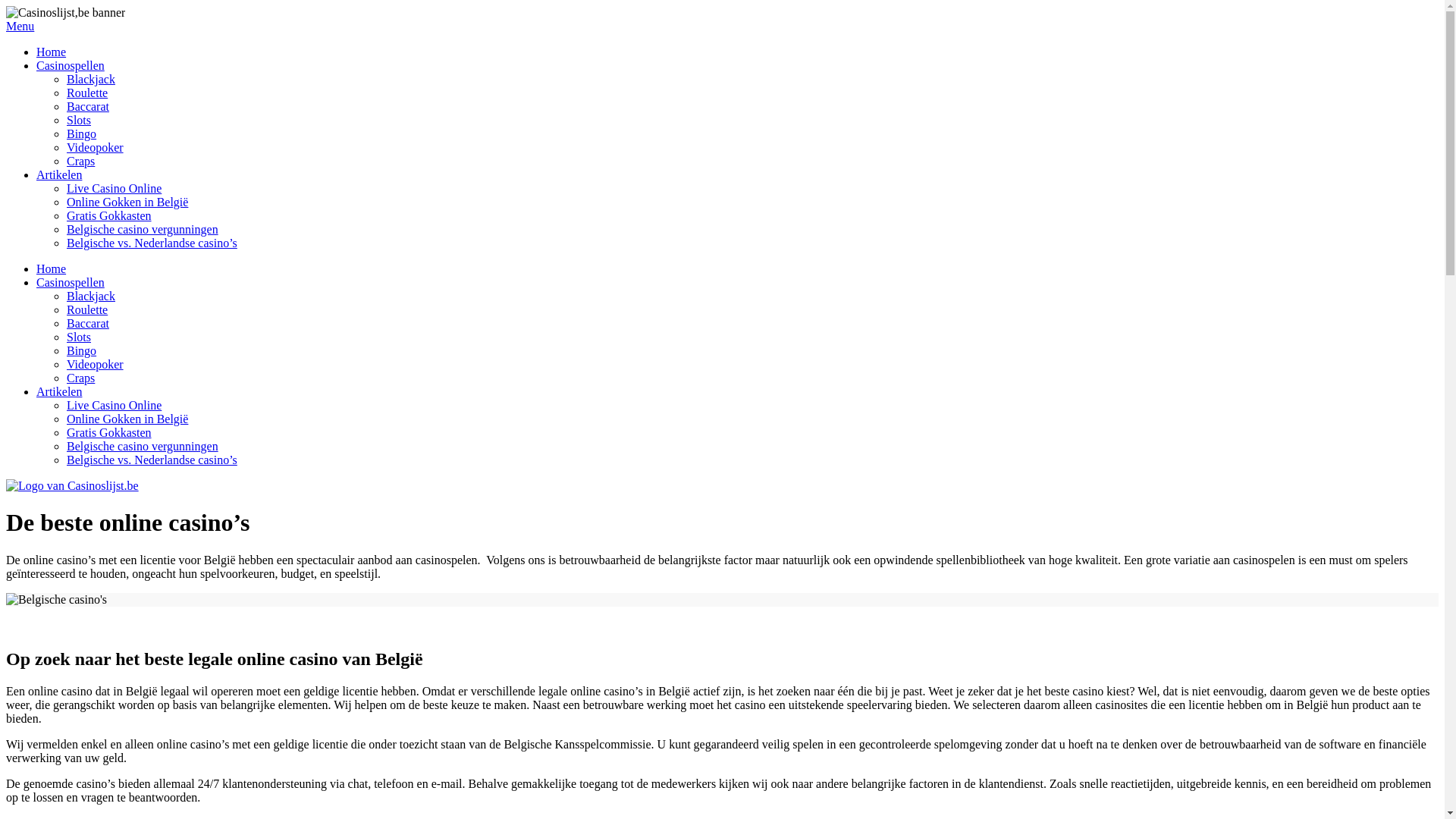 The image size is (1456, 819). What do you see at coordinates (69, 282) in the screenshot?
I see `'Casinospellen'` at bounding box center [69, 282].